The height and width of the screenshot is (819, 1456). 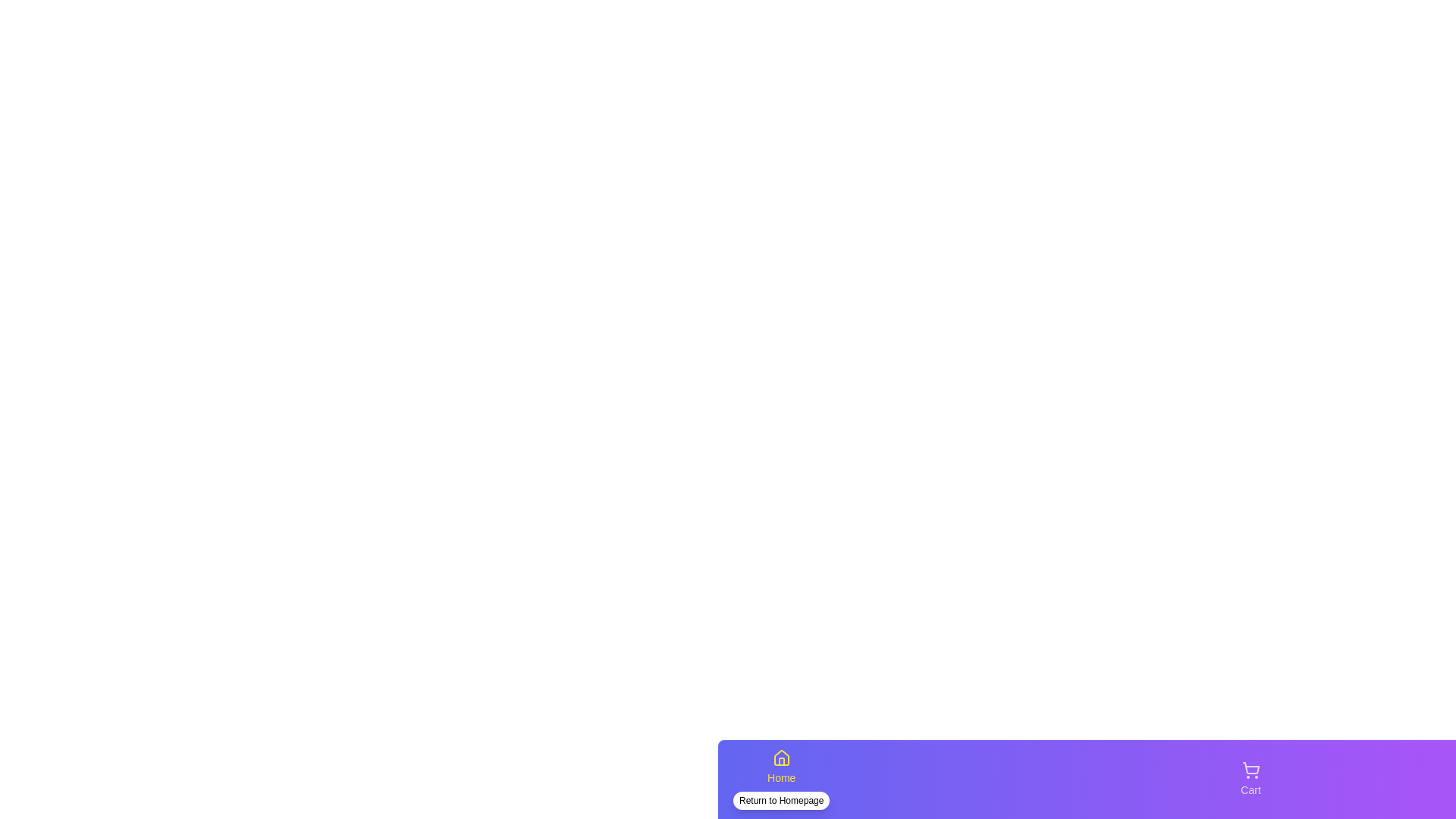 I want to click on the Cart navigation tab, so click(x=1250, y=780).